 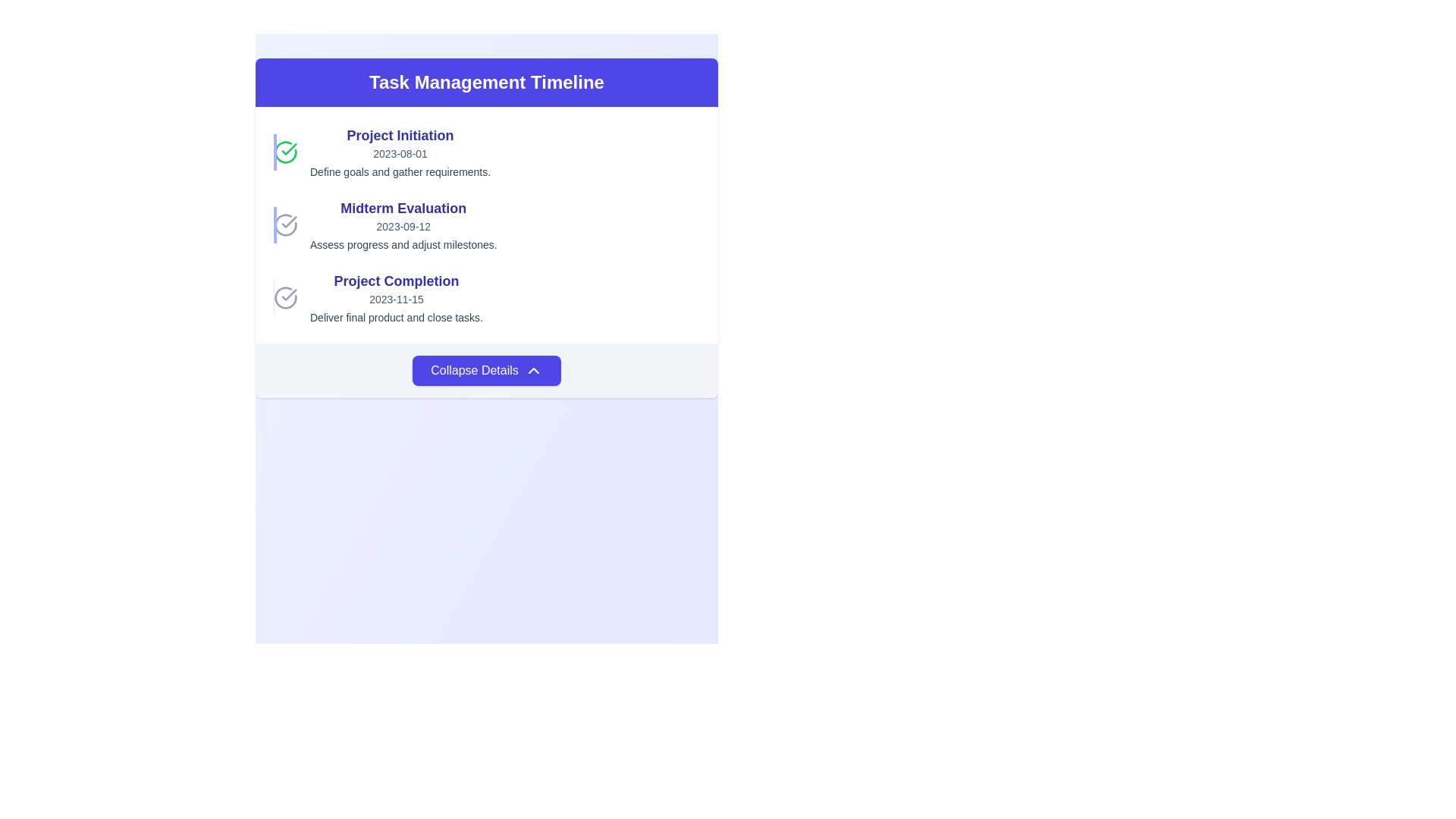 I want to click on the text label displaying 'Midterm Evaluation' which is bold, highlighted, and indigo in color, located within a grouped layout, so click(x=403, y=208).